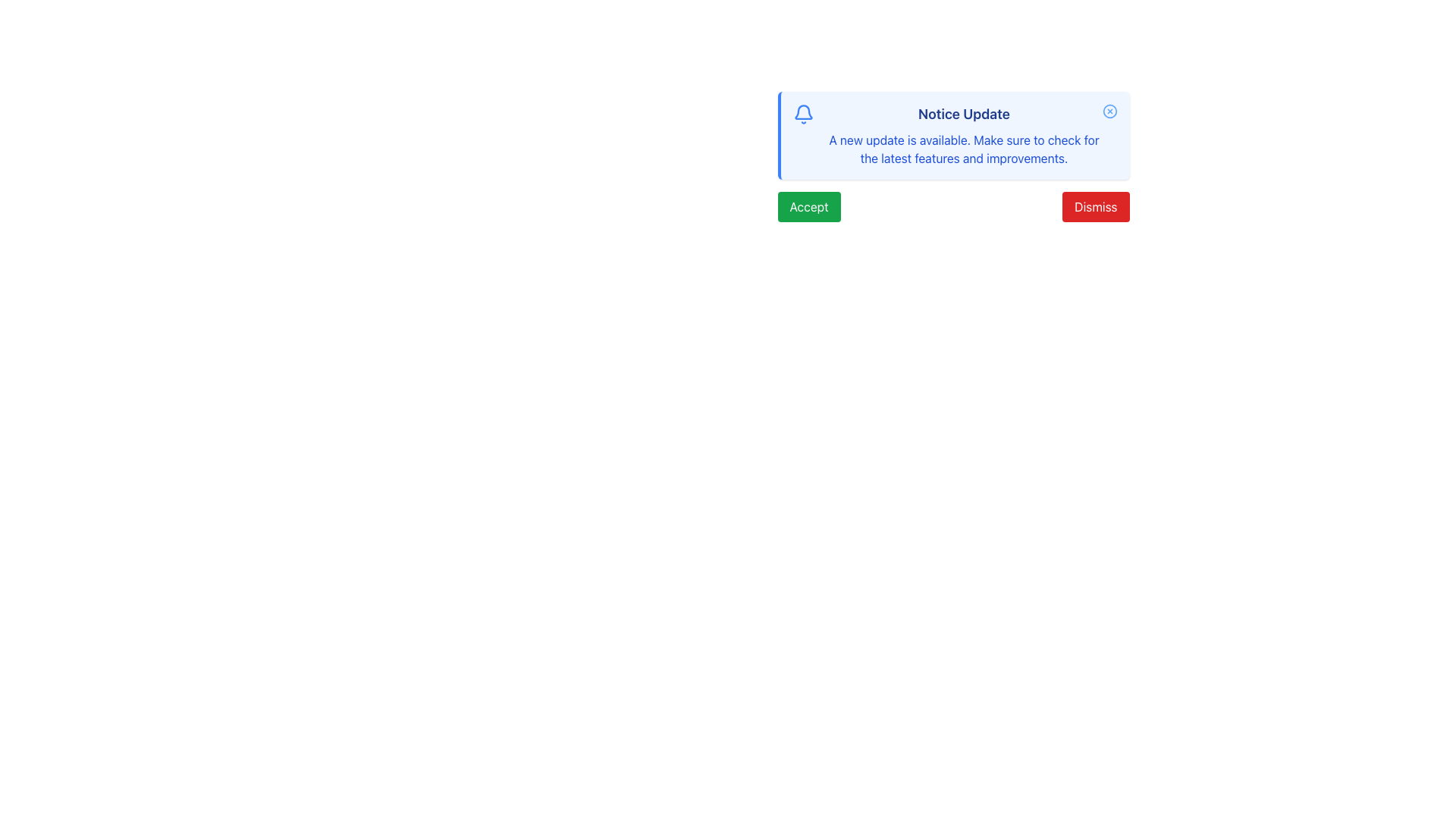 Image resolution: width=1456 pixels, height=819 pixels. Describe the element at coordinates (802, 111) in the screenshot. I see `the notification icon located on the left side of the notification banner, adjacent to the title 'Notice Update'` at that location.